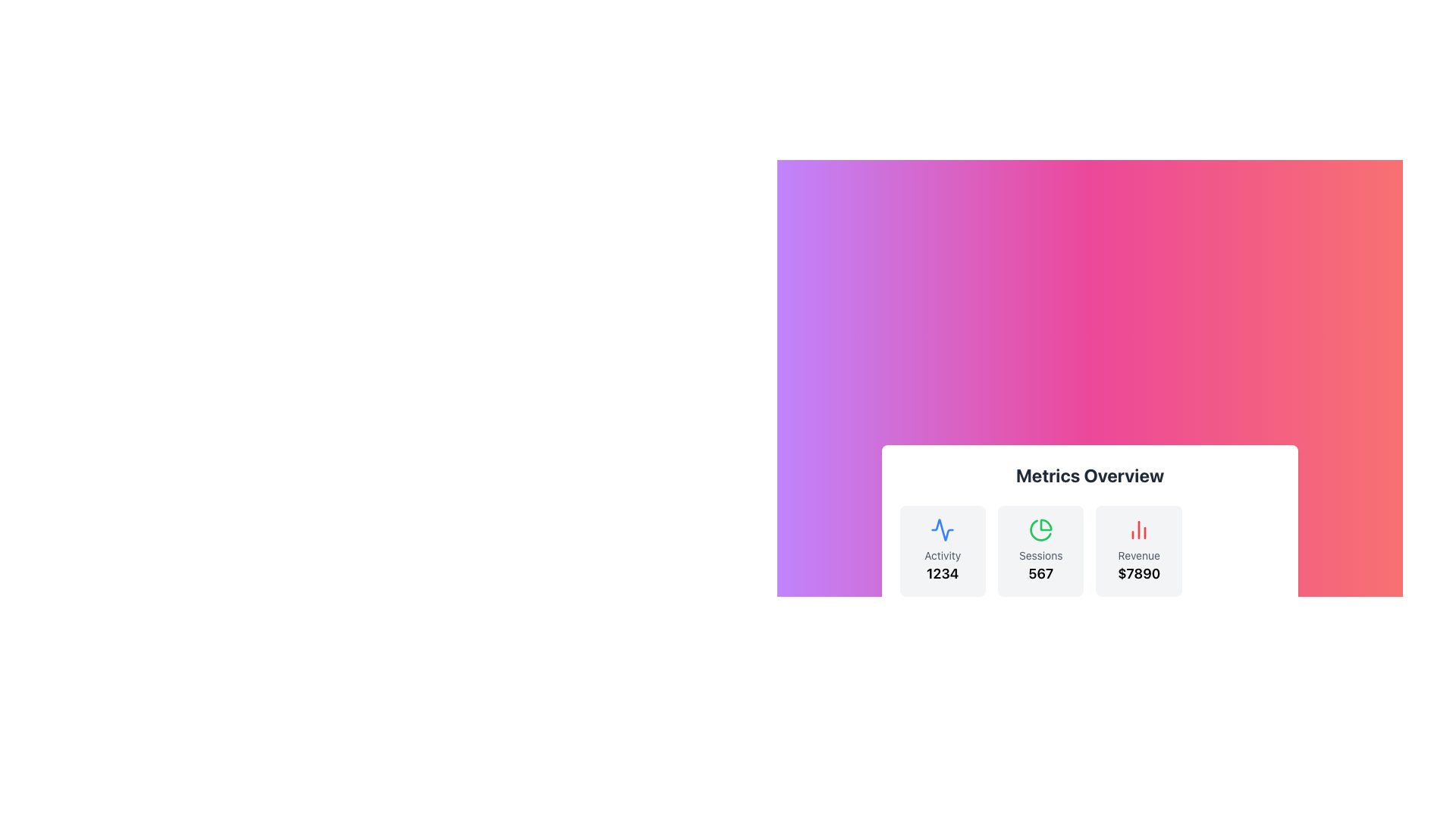  Describe the element at coordinates (942, 529) in the screenshot. I see `the activity metric icon located at the top section of the first card under 'Metrics Overview', which is centered above the labels 'Activity' and '1234'` at that location.